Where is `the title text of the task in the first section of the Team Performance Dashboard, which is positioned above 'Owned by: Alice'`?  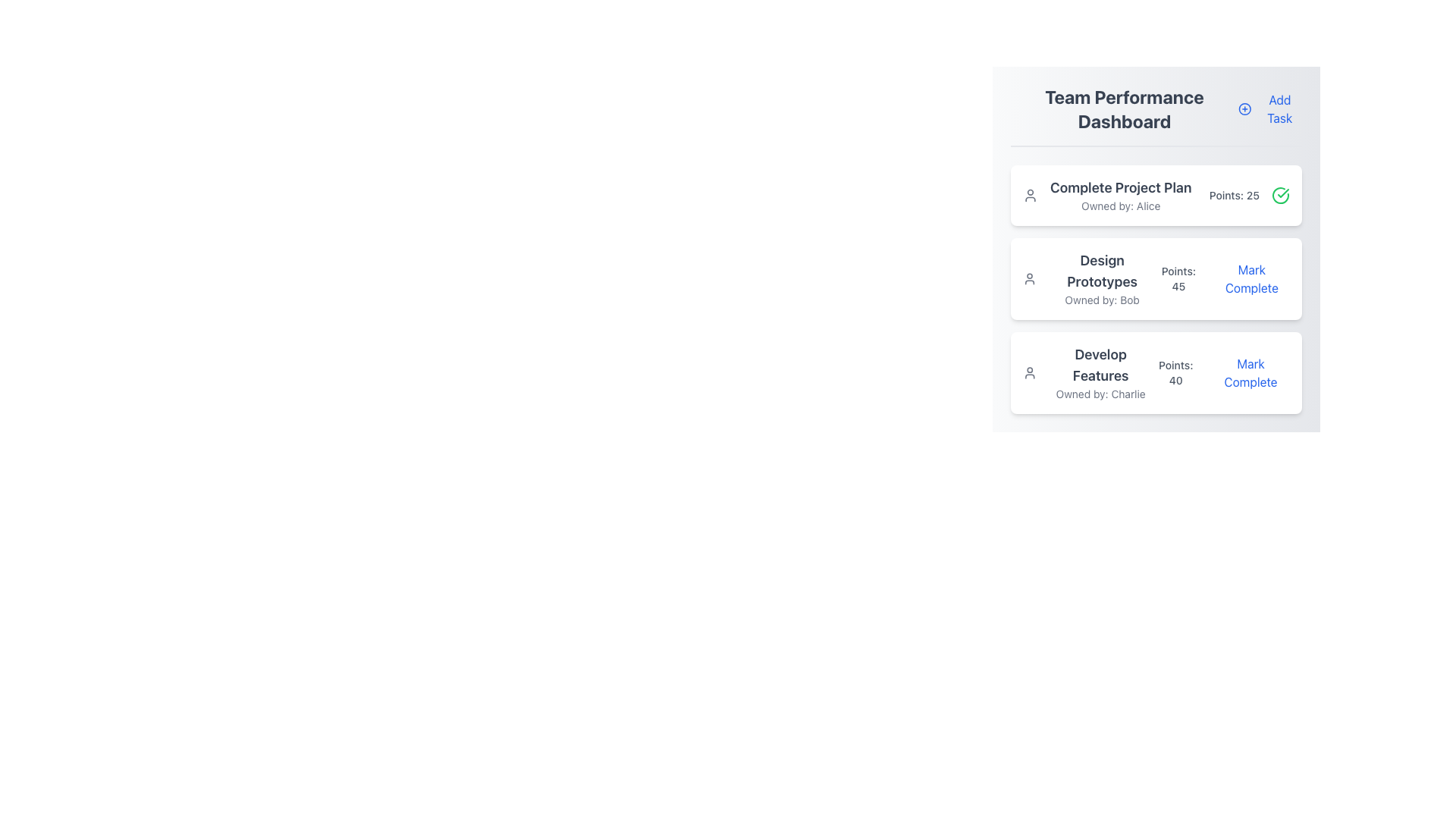 the title text of the task in the first section of the Team Performance Dashboard, which is positioned above 'Owned by: Alice' is located at coordinates (1121, 187).